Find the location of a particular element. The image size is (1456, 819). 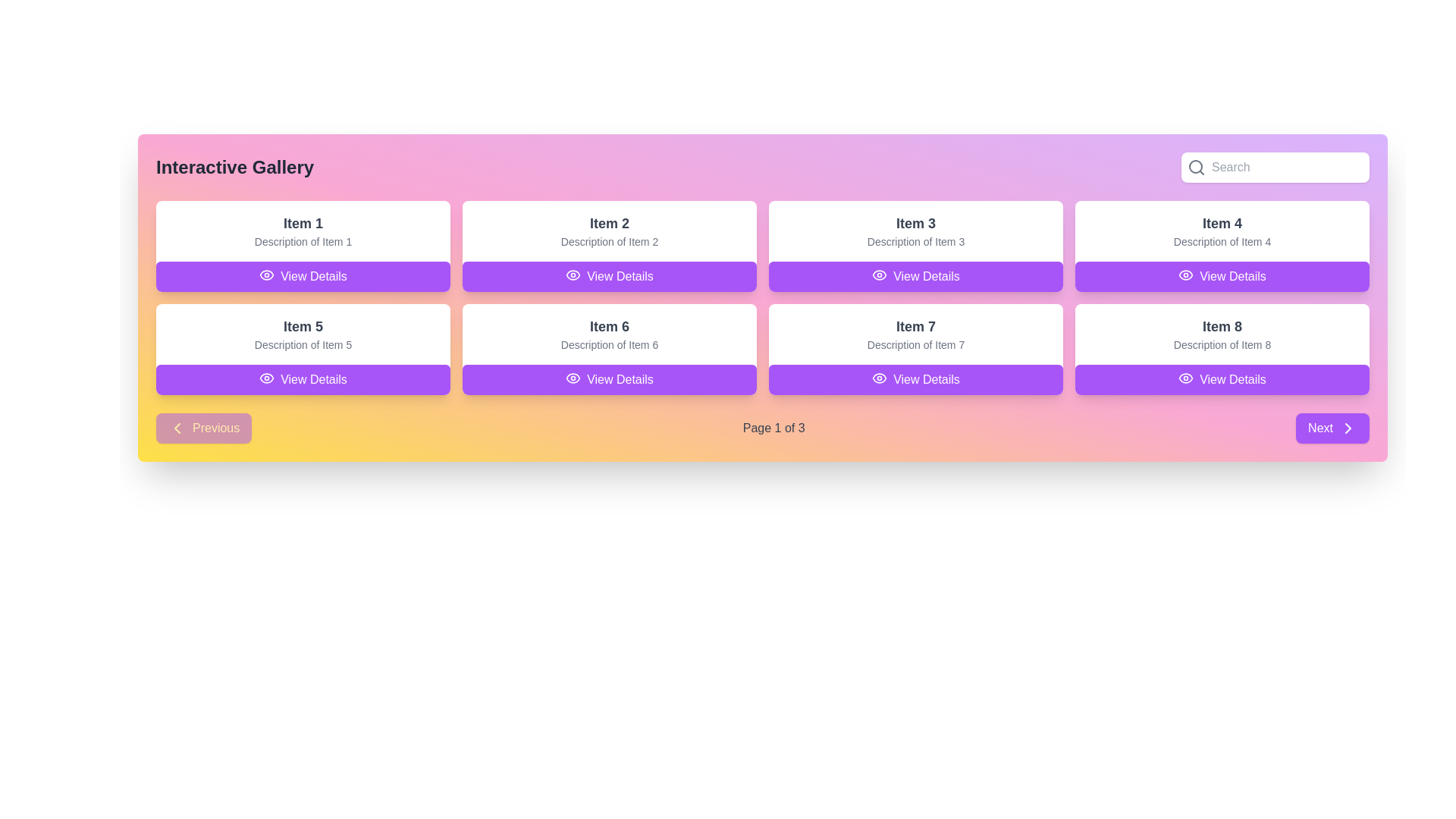

the 'View Details' button that contains an eye-shaped icon with a purple background, located in the top row of the grid layout, second item from the left is located at coordinates (573, 275).